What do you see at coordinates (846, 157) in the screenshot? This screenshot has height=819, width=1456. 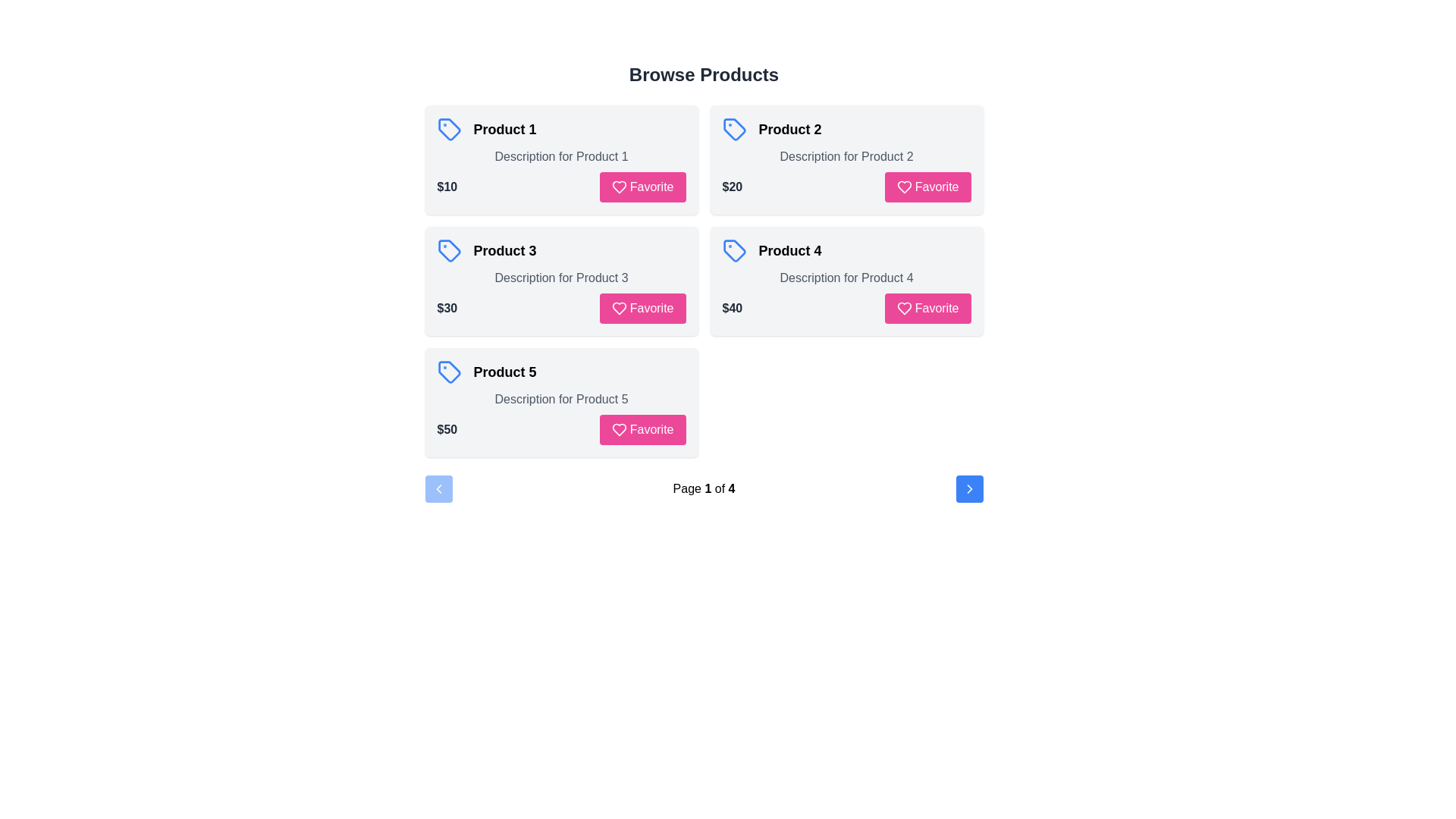 I see `the text label styled in gray color with the text 'Description for Product 2', which is located within the product card for 'Product 2' in the top-middle column of a grid layout` at bounding box center [846, 157].